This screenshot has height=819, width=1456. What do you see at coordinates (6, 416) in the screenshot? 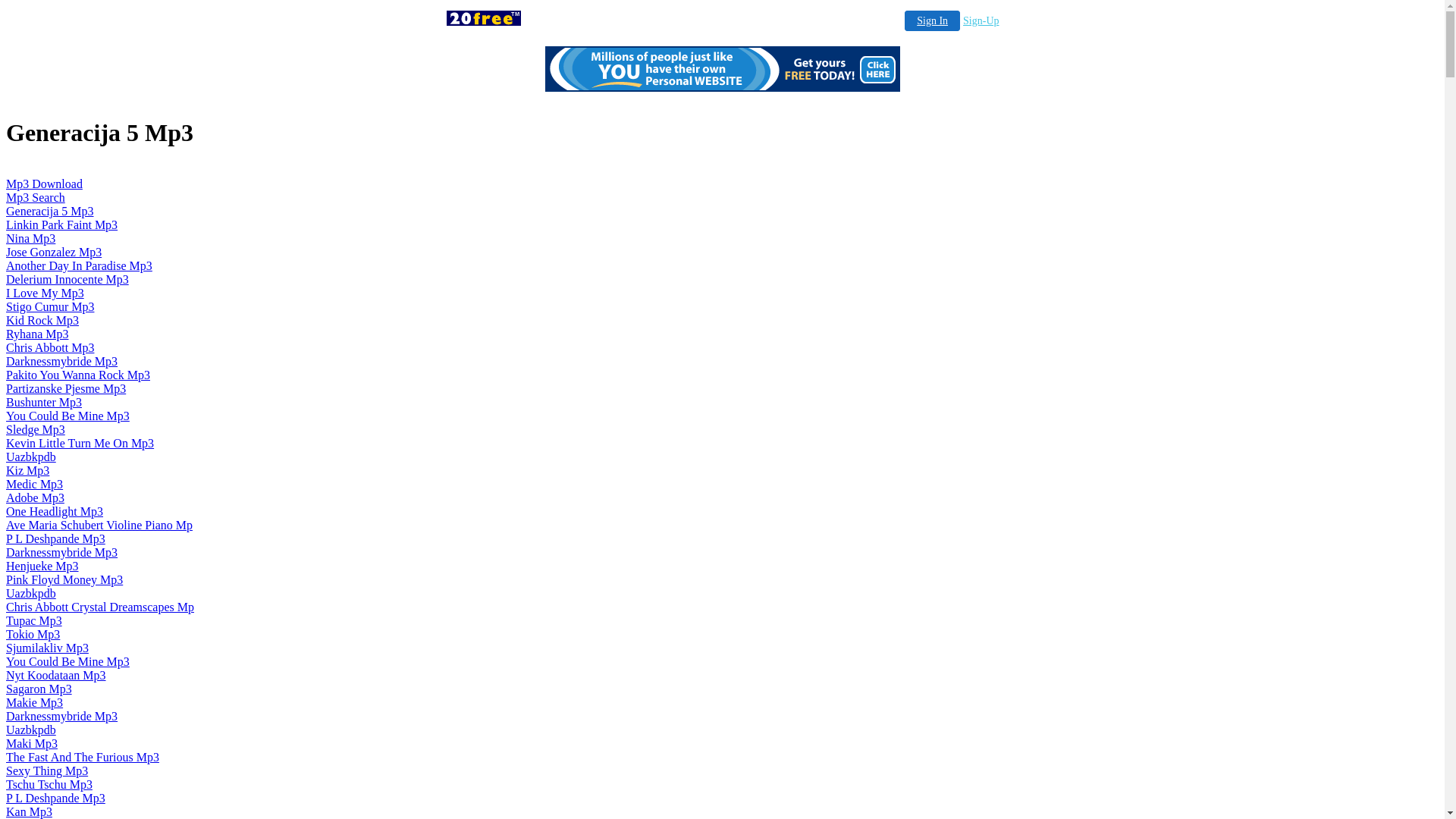
I see `'You Could Be Mine Mp3'` at bounding box center [6, 416].